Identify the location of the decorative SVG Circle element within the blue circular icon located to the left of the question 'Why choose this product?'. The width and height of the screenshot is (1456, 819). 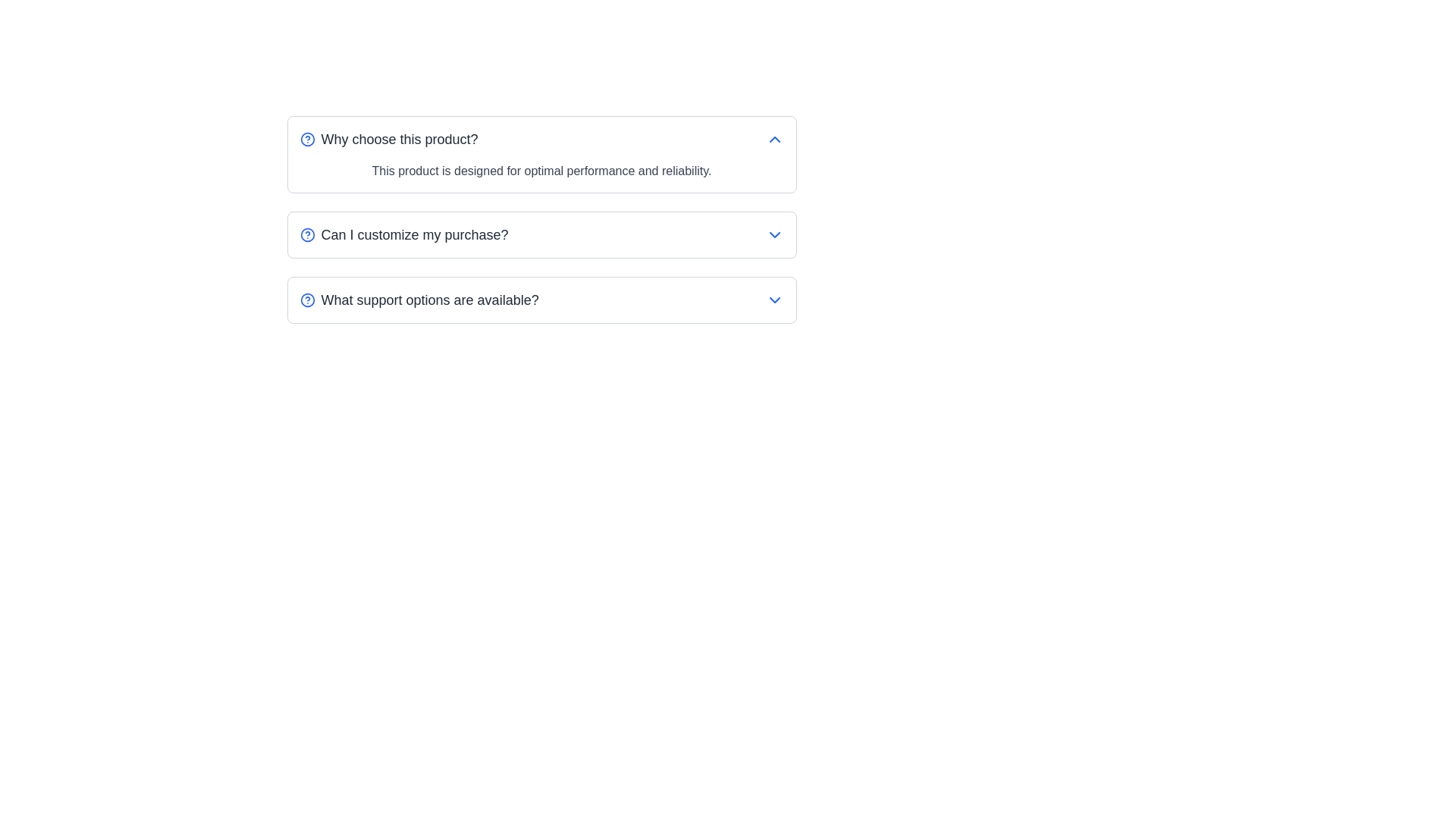
(306, 140).